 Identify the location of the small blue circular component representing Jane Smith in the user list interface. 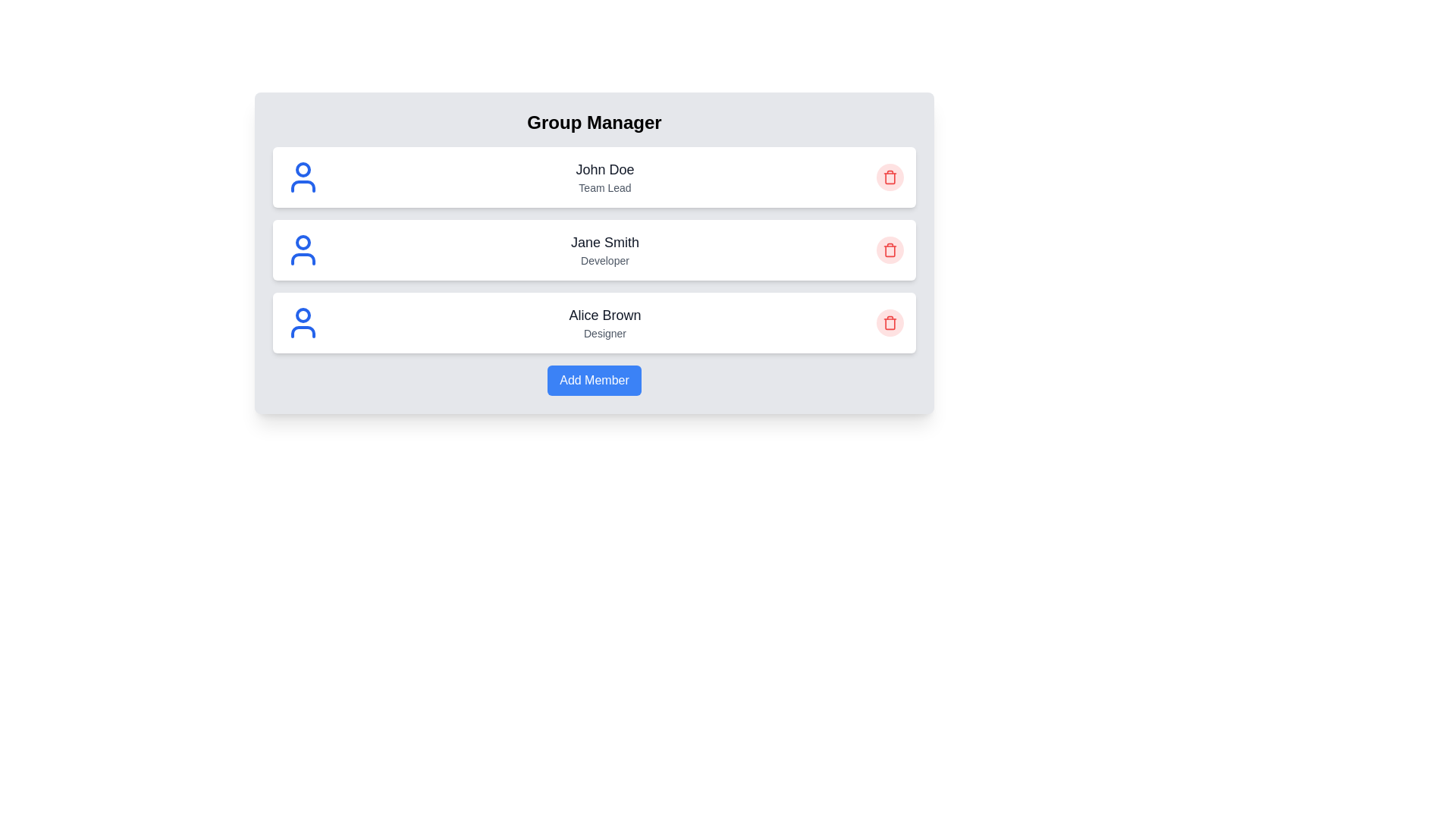
(303, 242).